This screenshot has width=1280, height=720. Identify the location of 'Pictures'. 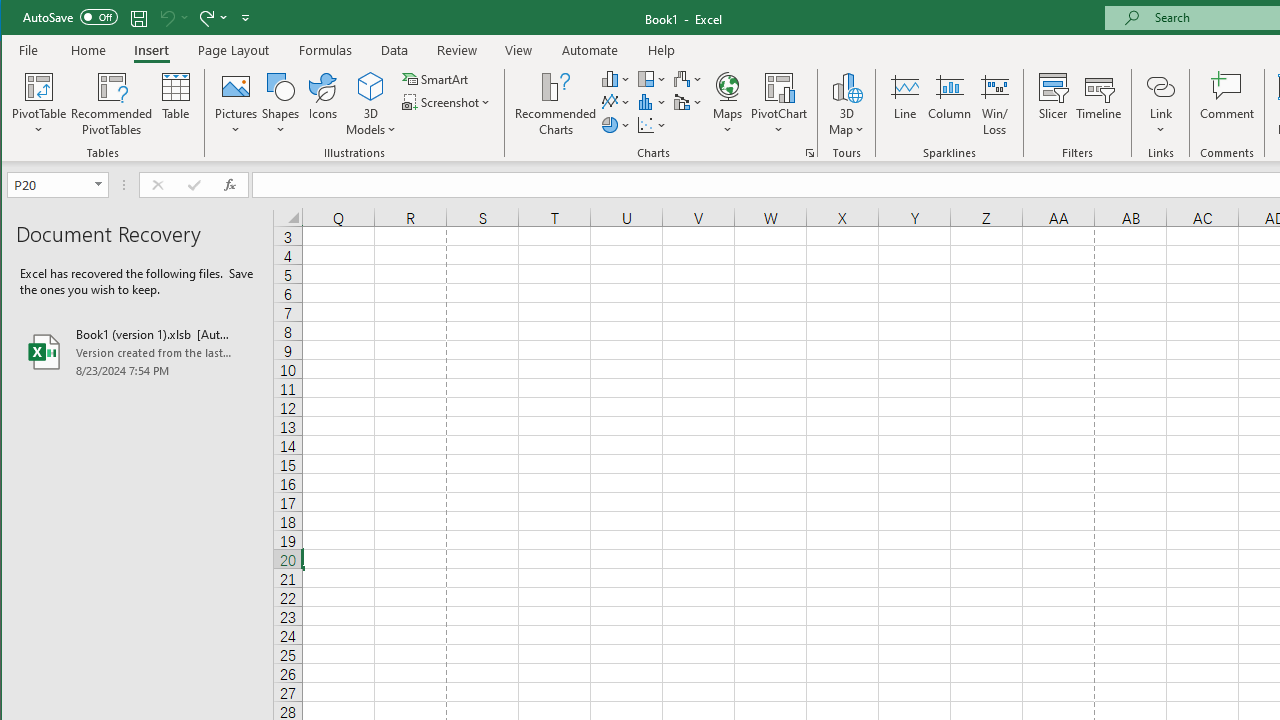
(236, 104).